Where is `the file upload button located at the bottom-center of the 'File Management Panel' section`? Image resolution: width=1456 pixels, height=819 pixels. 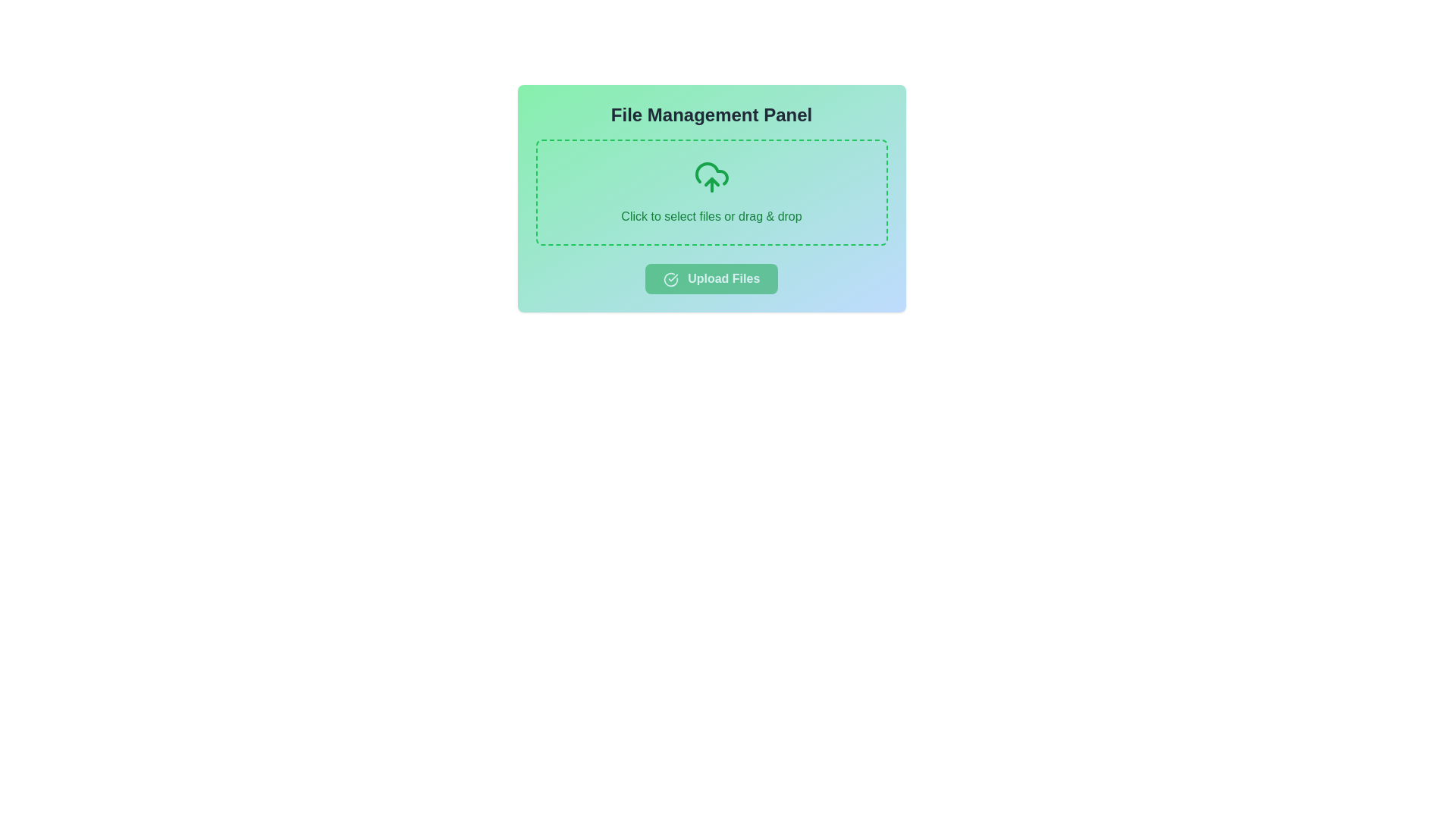 the file upload button located at the bottom-center of the 'File Management Panel' section is located at coordinates (711, 278).